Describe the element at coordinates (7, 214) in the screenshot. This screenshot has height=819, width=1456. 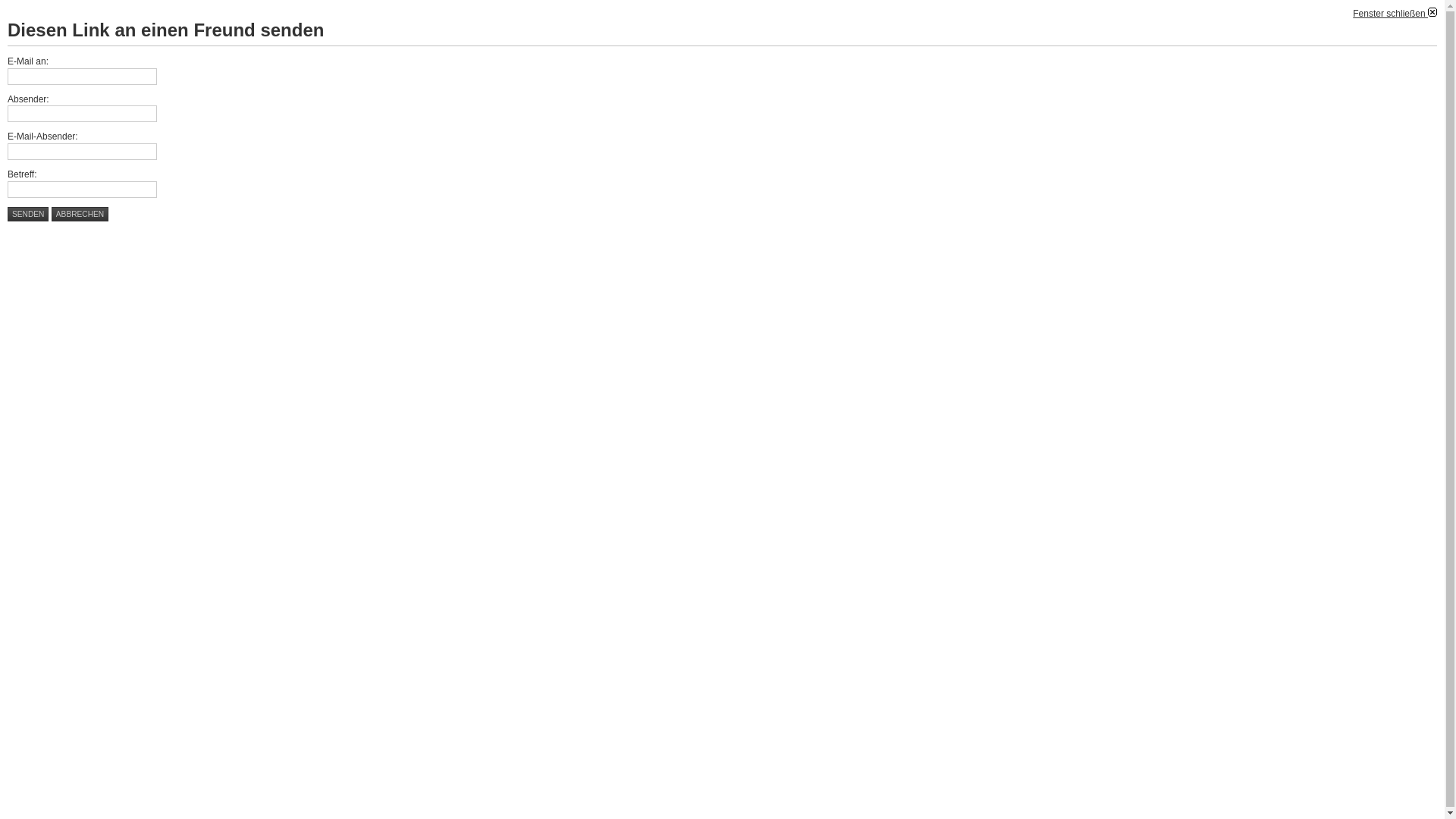
I see `'SENDEN'` at that location.